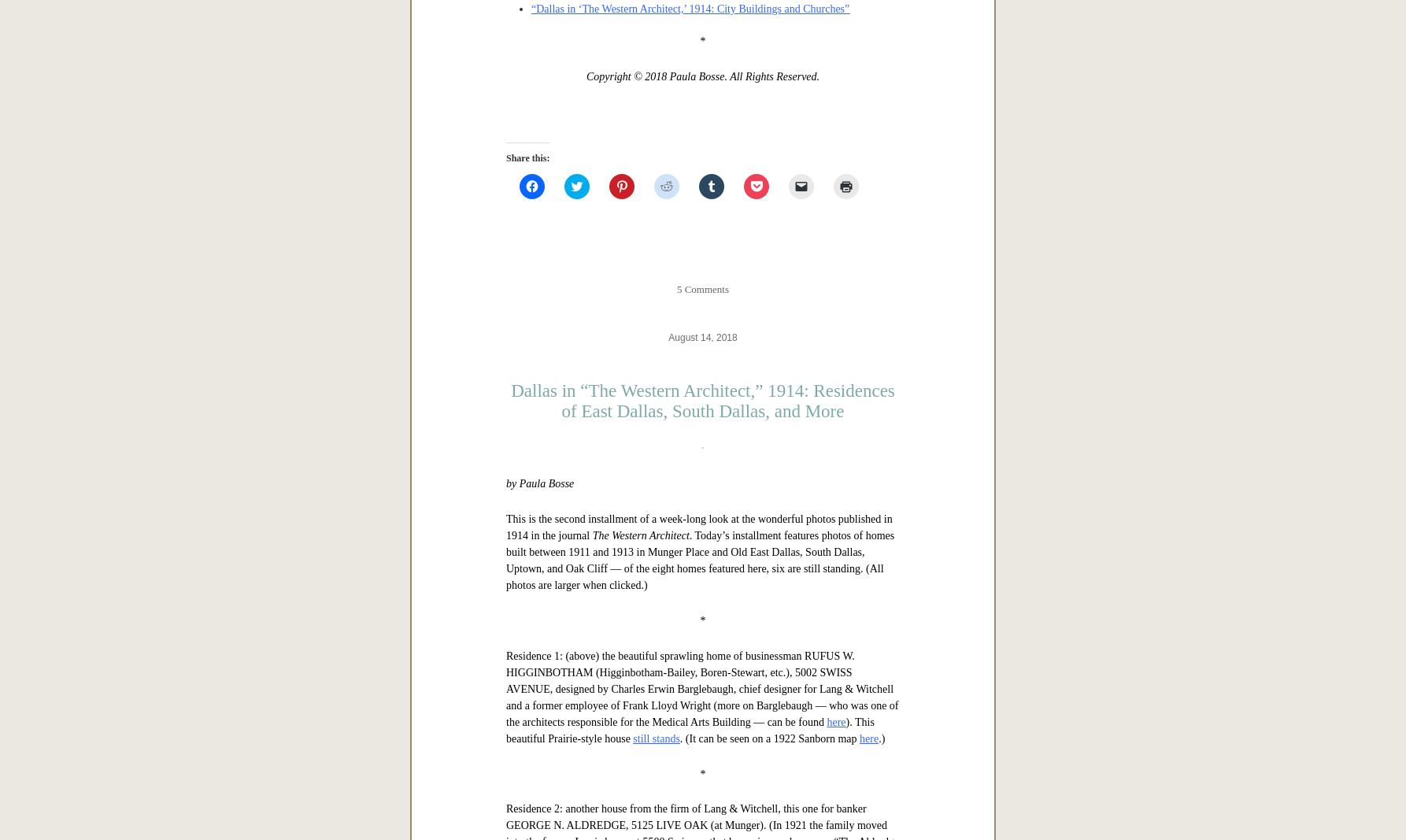 This screenshot has width=1406, height=840. I want to click on 'here', so click(515, 276).